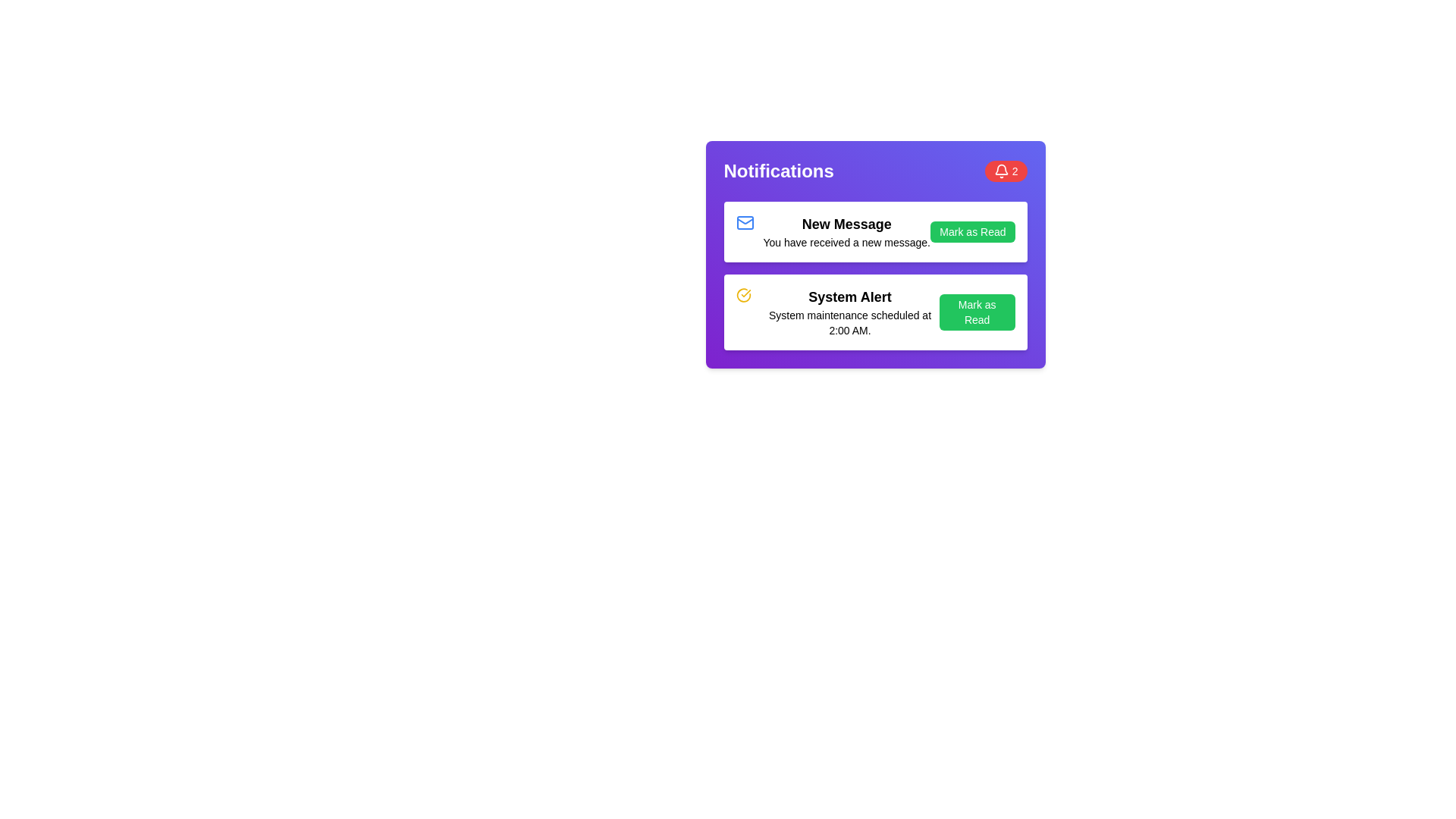  I want to click on the first notification entry in the notifications panel, so click(846, 231).